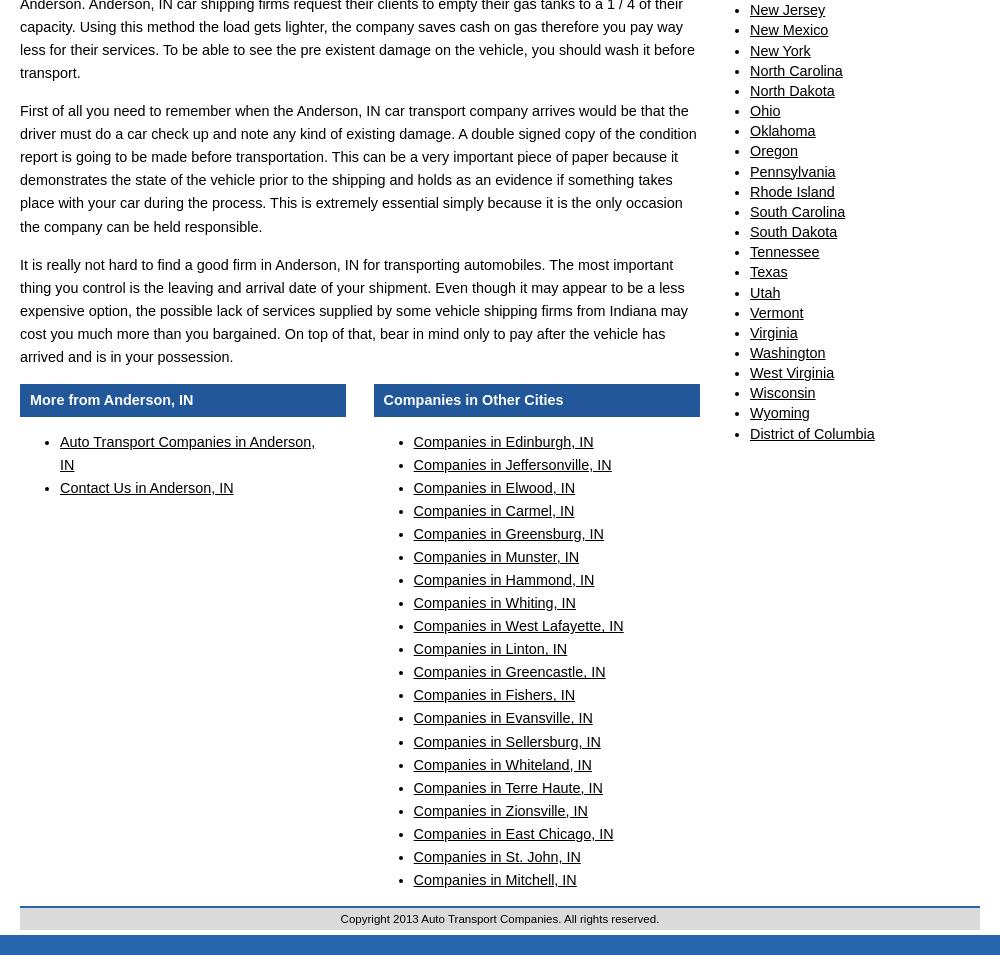 This screenshot has height=955, width=1000. I want to click on 'Pennsylvania', so click(792, 171).